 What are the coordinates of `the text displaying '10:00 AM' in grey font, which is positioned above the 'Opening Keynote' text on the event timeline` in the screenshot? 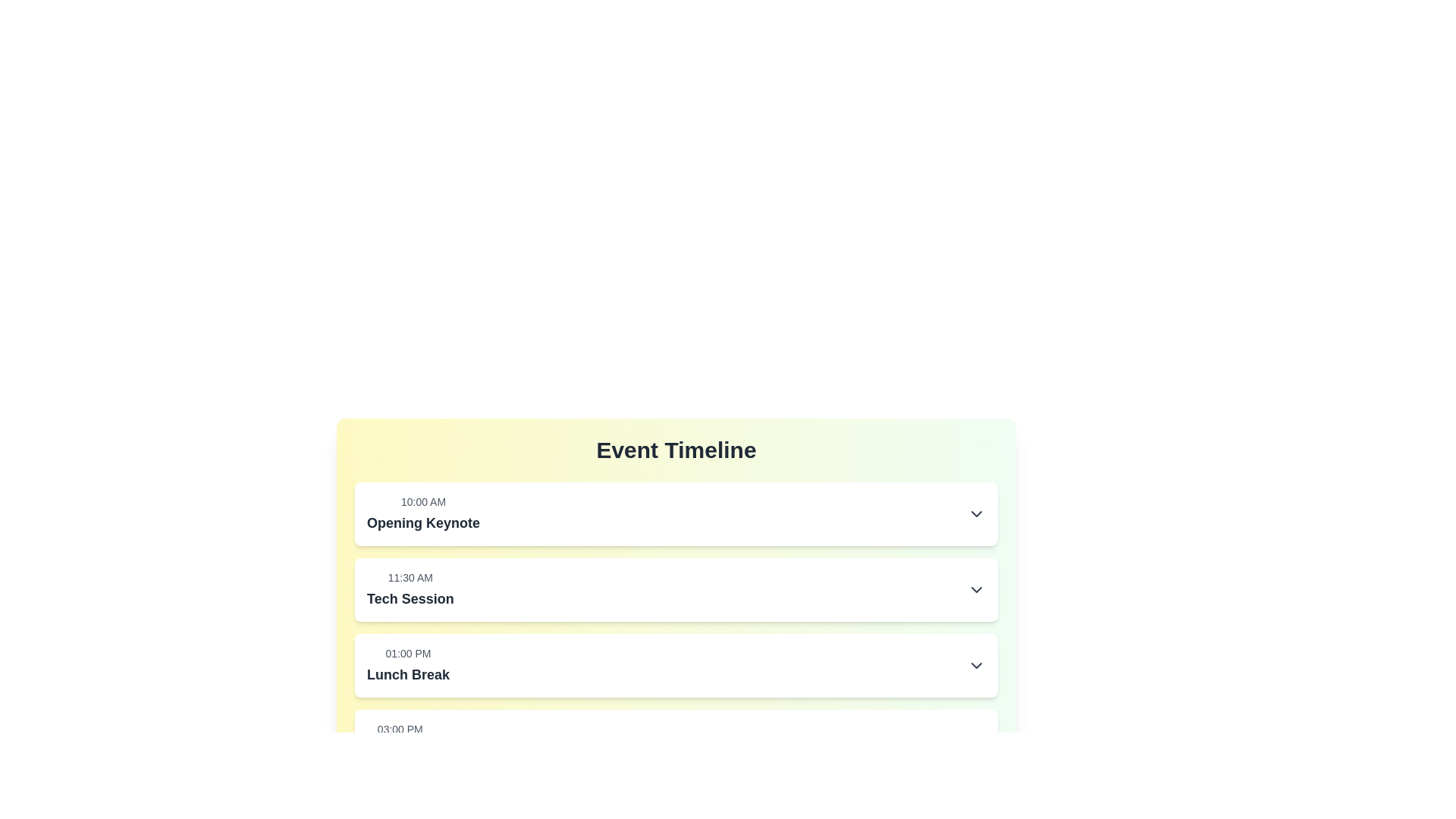 It's located at (423, 502).